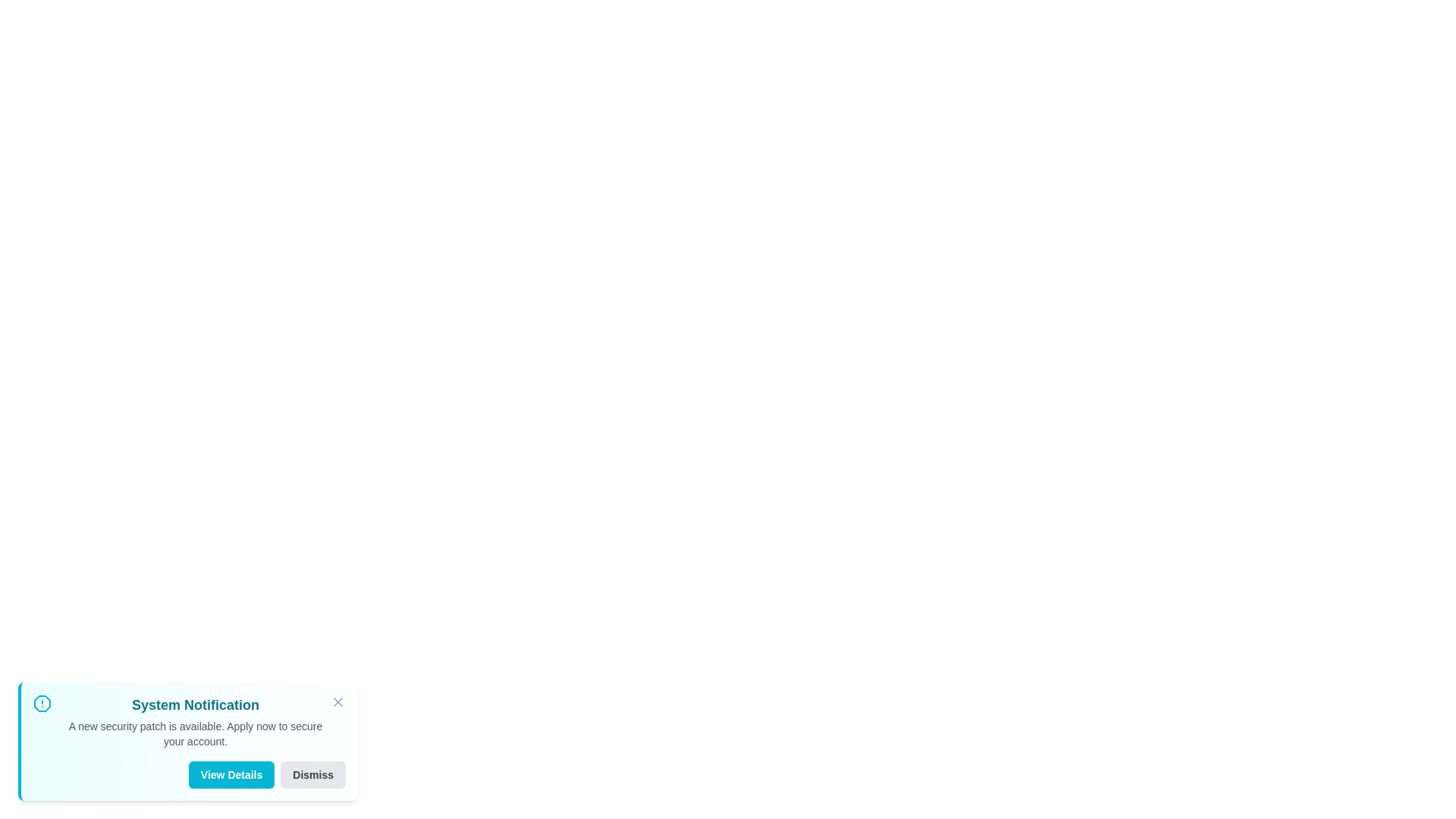 This screenshot has height=819, width=1456. I want to click on the 'View Details' button, so click(231, 775).